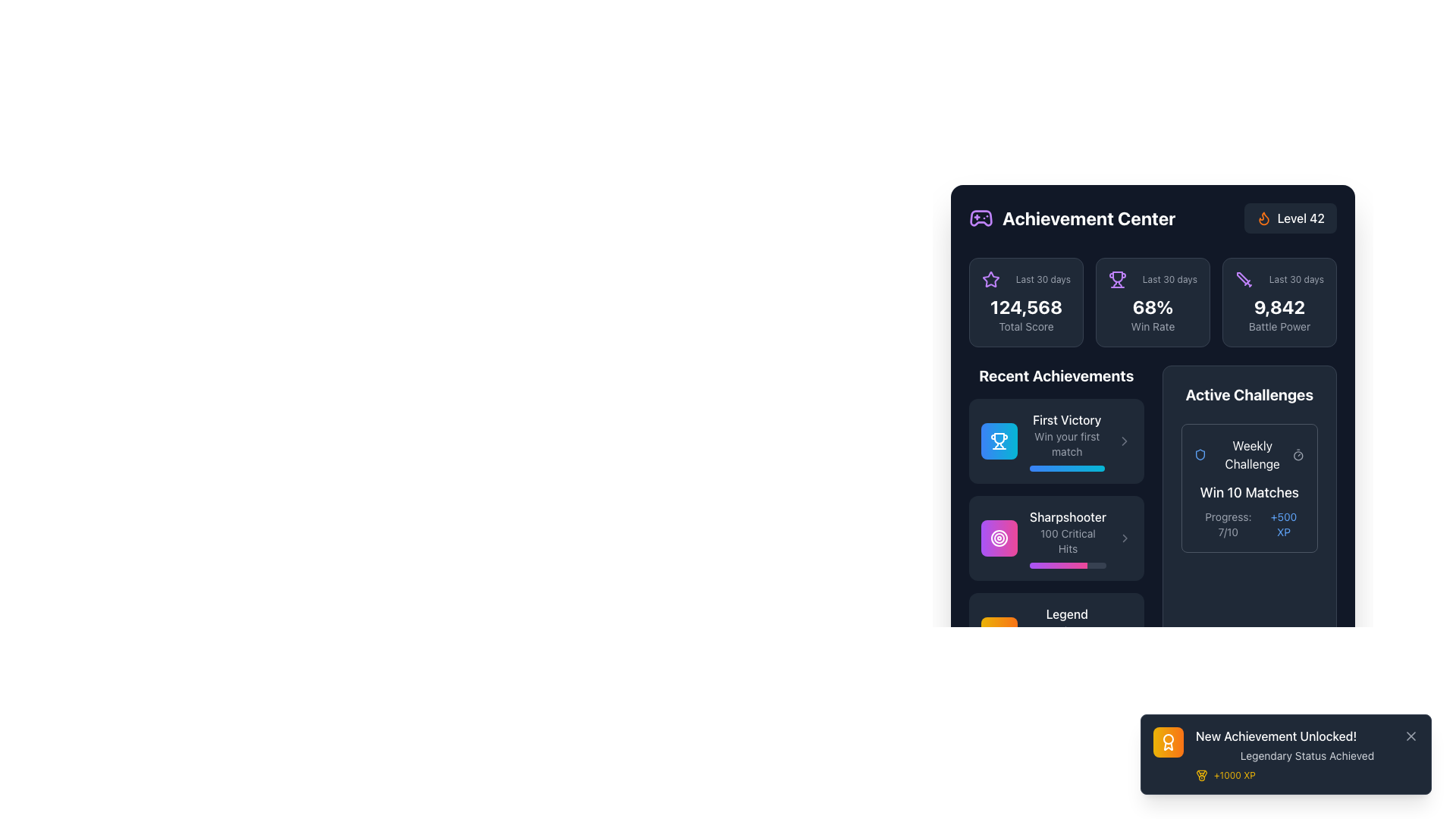 This screenshot has height=819, width=1456. What do you see at coordinates (1066, 467) in the screenshot?
I see `the progress bar located at the bottom of the 'First Victory' card in the 'Recent Achievements' section, which visually represents the completion of the 'First Victory' achievement` at bounding box center [1066, 467].